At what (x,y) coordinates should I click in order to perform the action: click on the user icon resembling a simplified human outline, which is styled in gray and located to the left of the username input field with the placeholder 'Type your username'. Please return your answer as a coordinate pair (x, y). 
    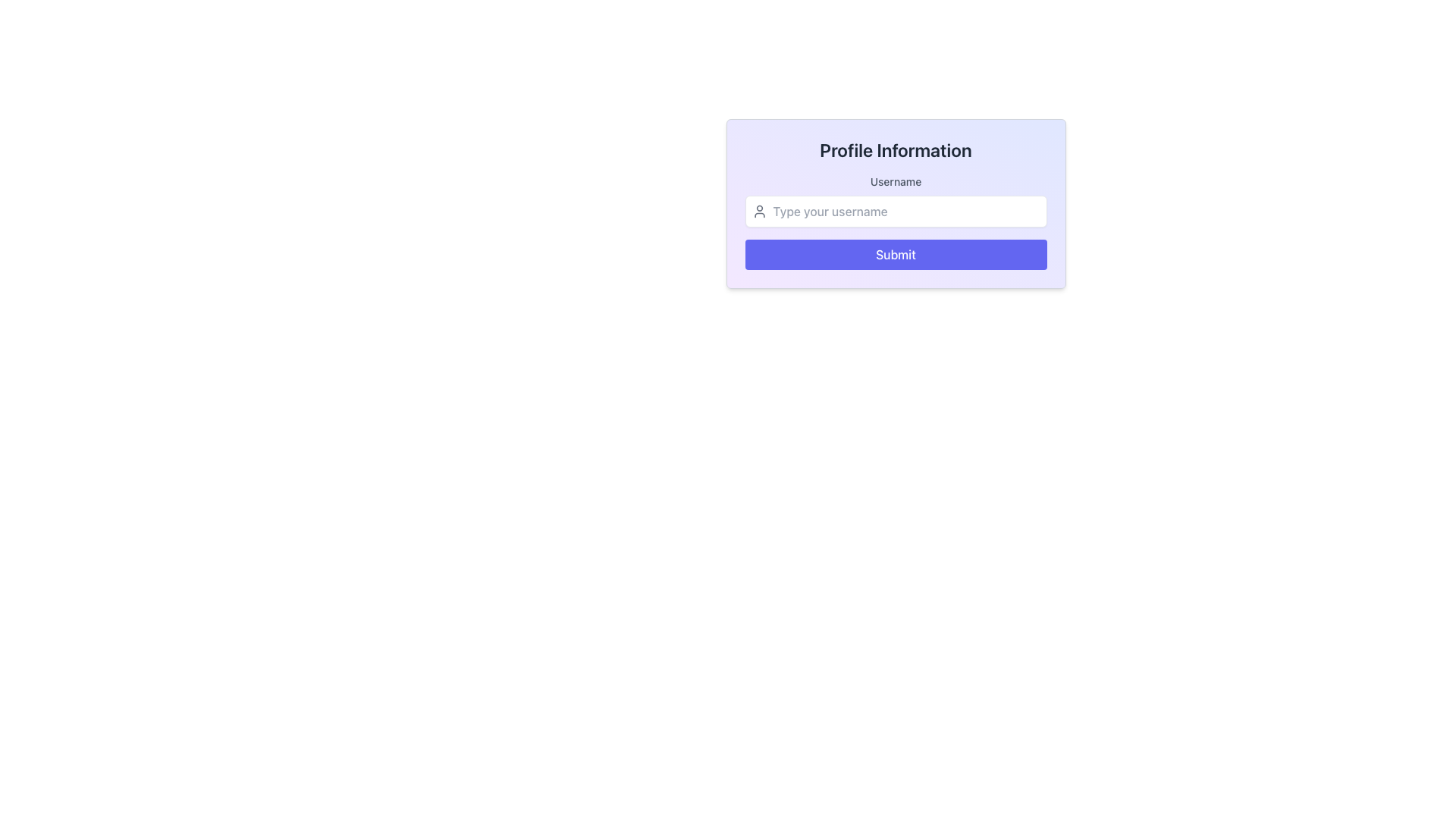
    Looking at the image, I should click on (759, 211).